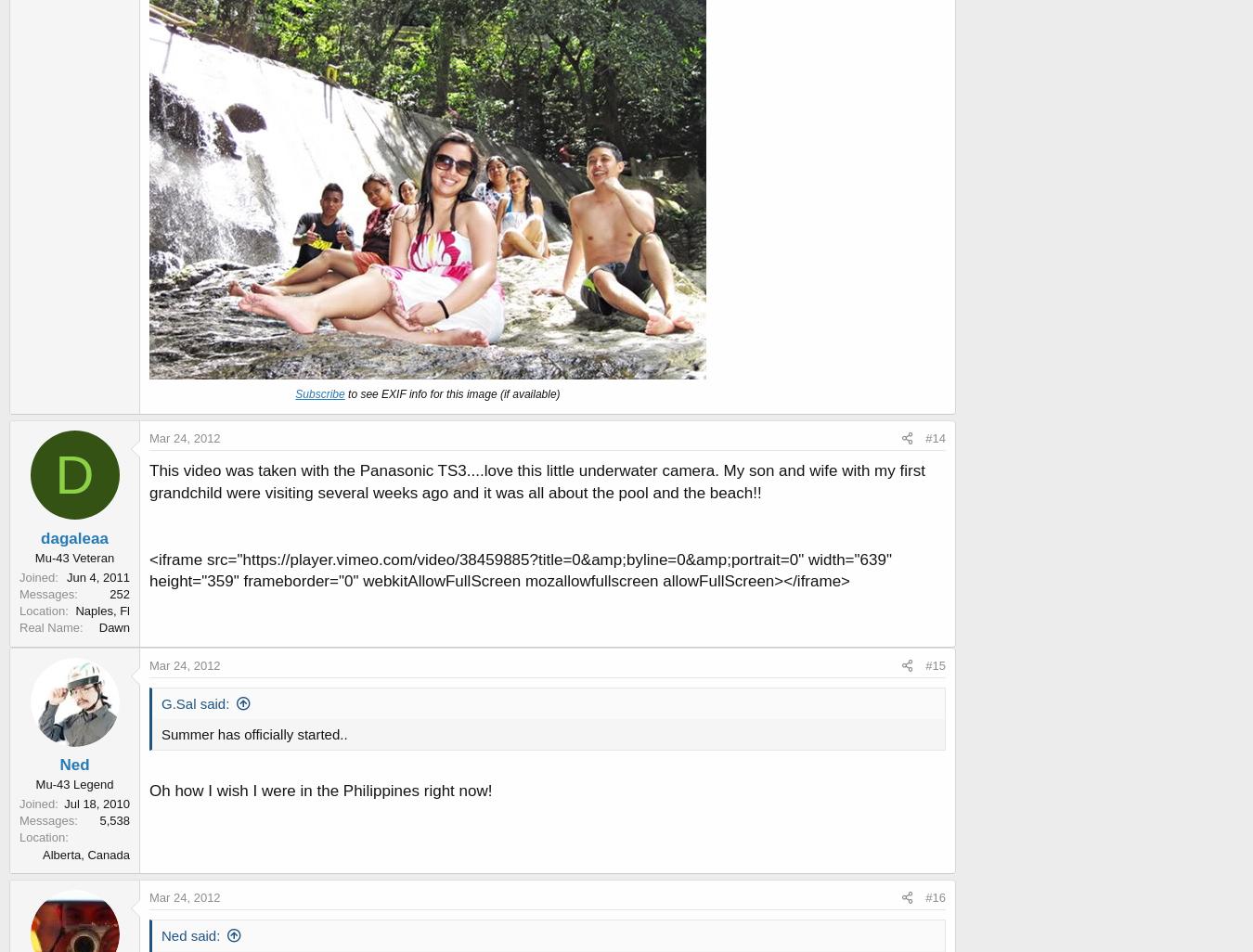  I want to click on 'Naples, Fl', so click(74, 611).